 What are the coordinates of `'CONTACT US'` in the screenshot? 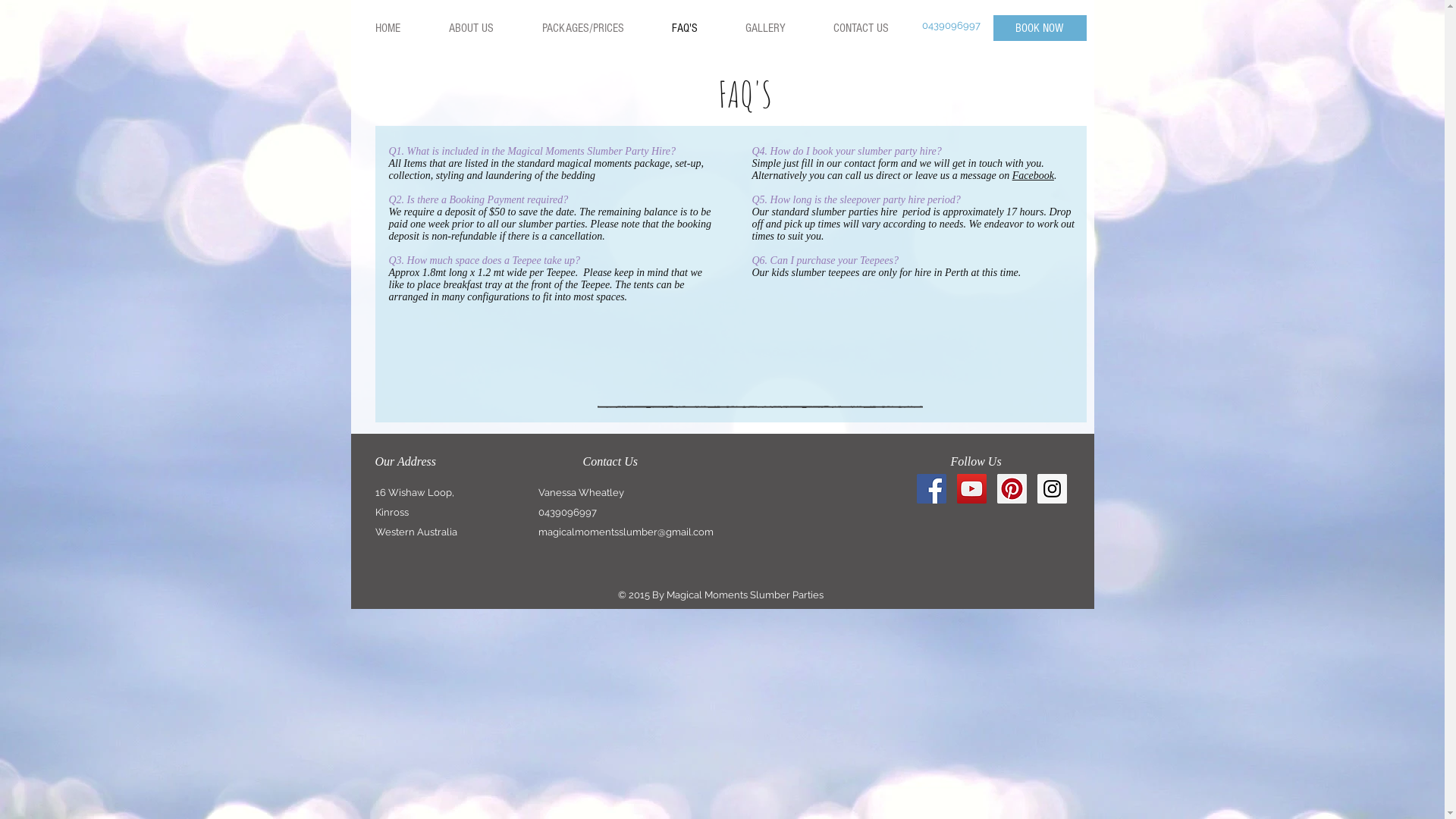 It's located at (859, 28).